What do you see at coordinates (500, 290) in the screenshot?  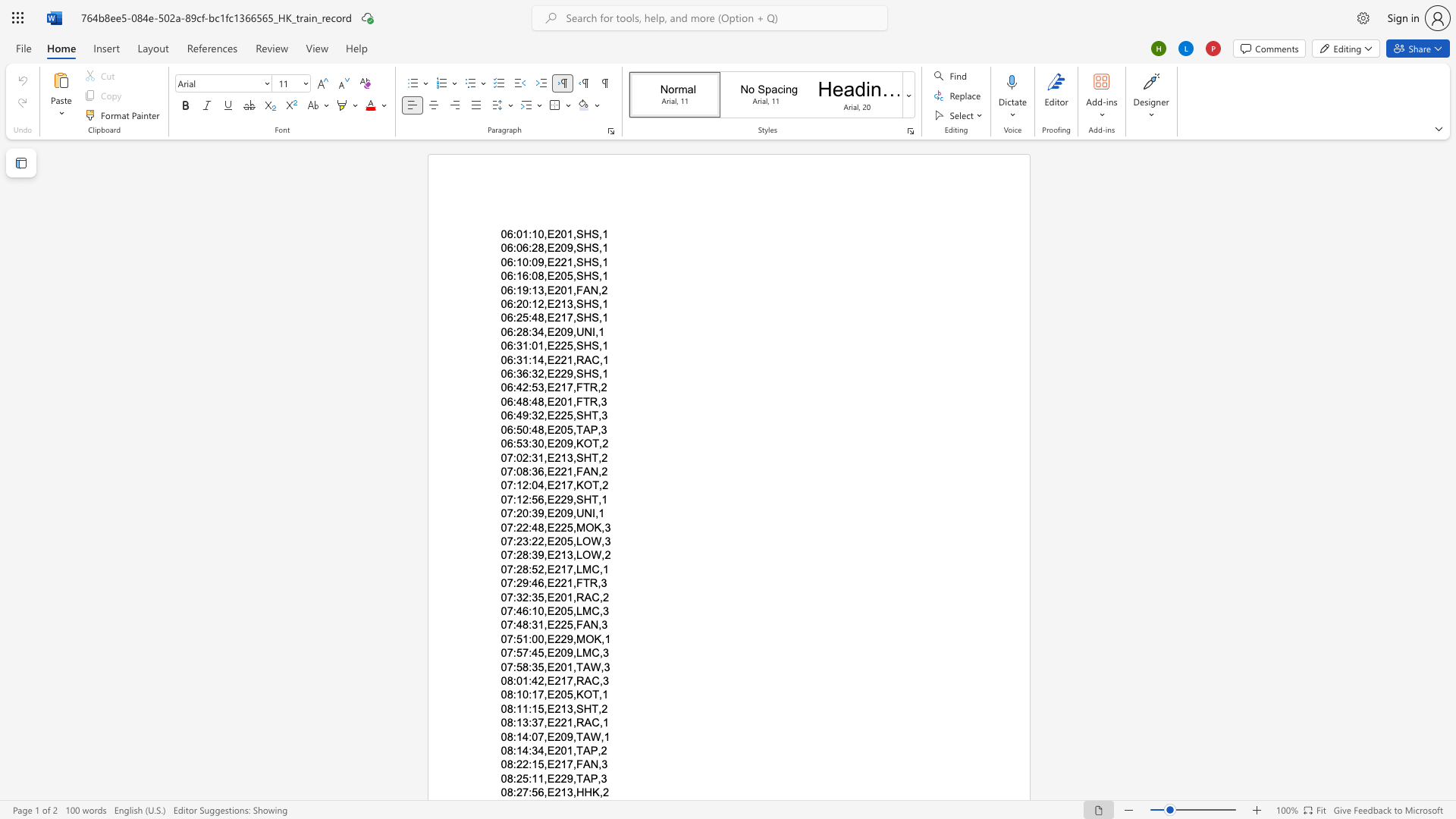 I see `the subset text "06:19:13," within the text "06:19:13,E201,FAN,2"` at bounding box center [500, 290].